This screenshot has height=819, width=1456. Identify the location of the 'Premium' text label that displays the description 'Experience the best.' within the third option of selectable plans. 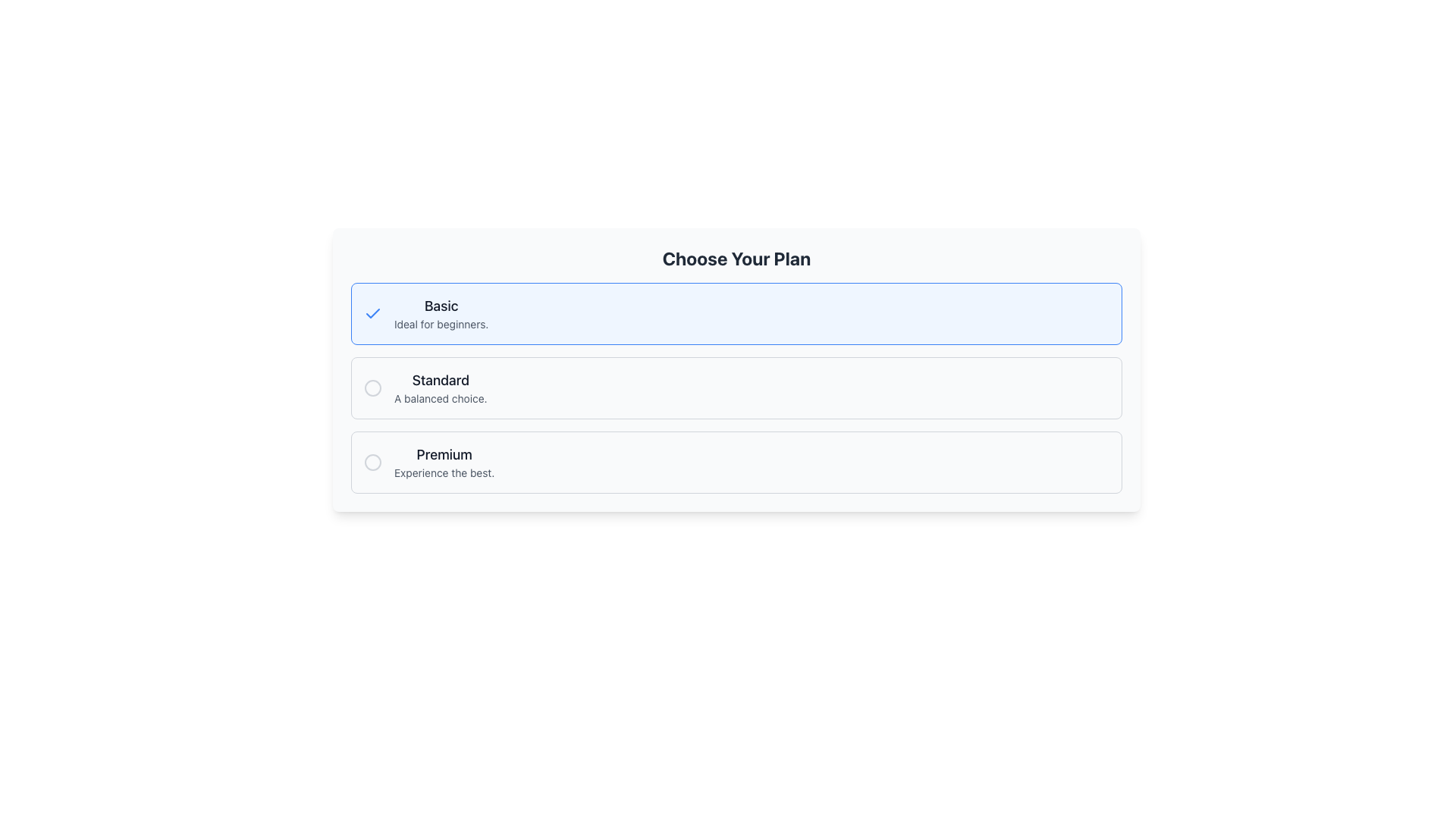
(444, 461).